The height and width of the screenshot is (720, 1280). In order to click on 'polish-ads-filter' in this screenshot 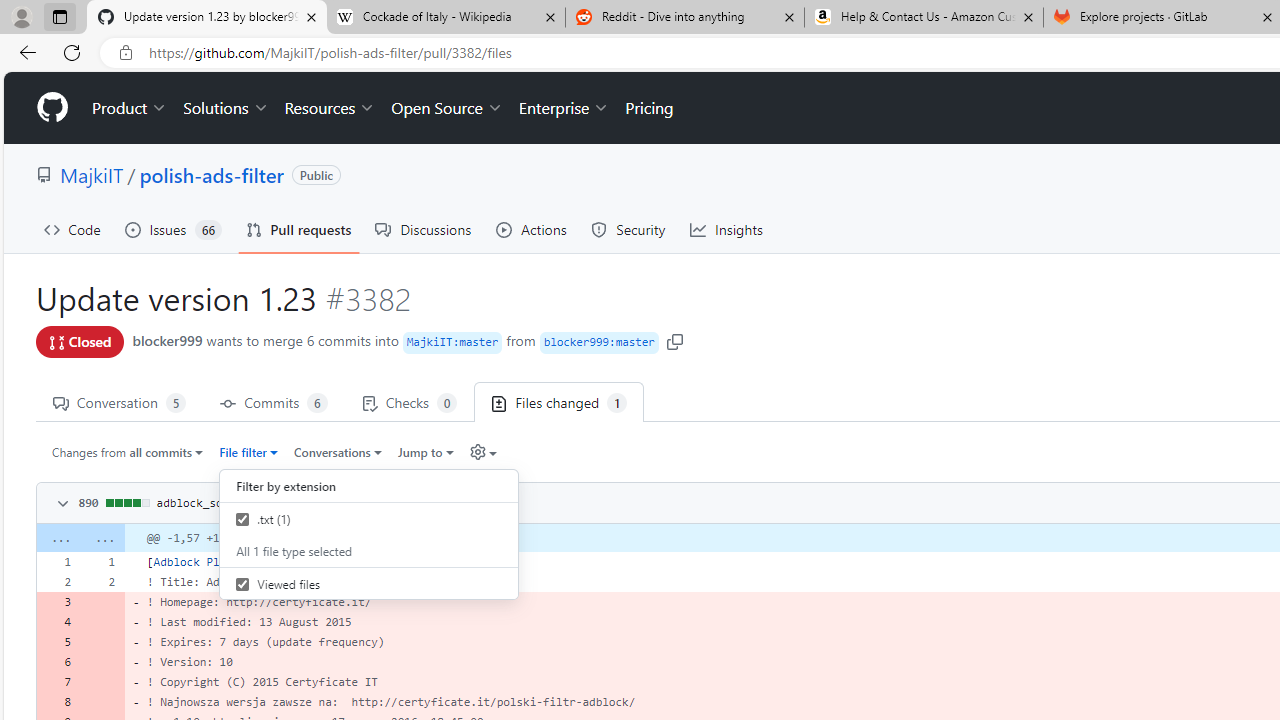, I will do `click(211, 173)`.